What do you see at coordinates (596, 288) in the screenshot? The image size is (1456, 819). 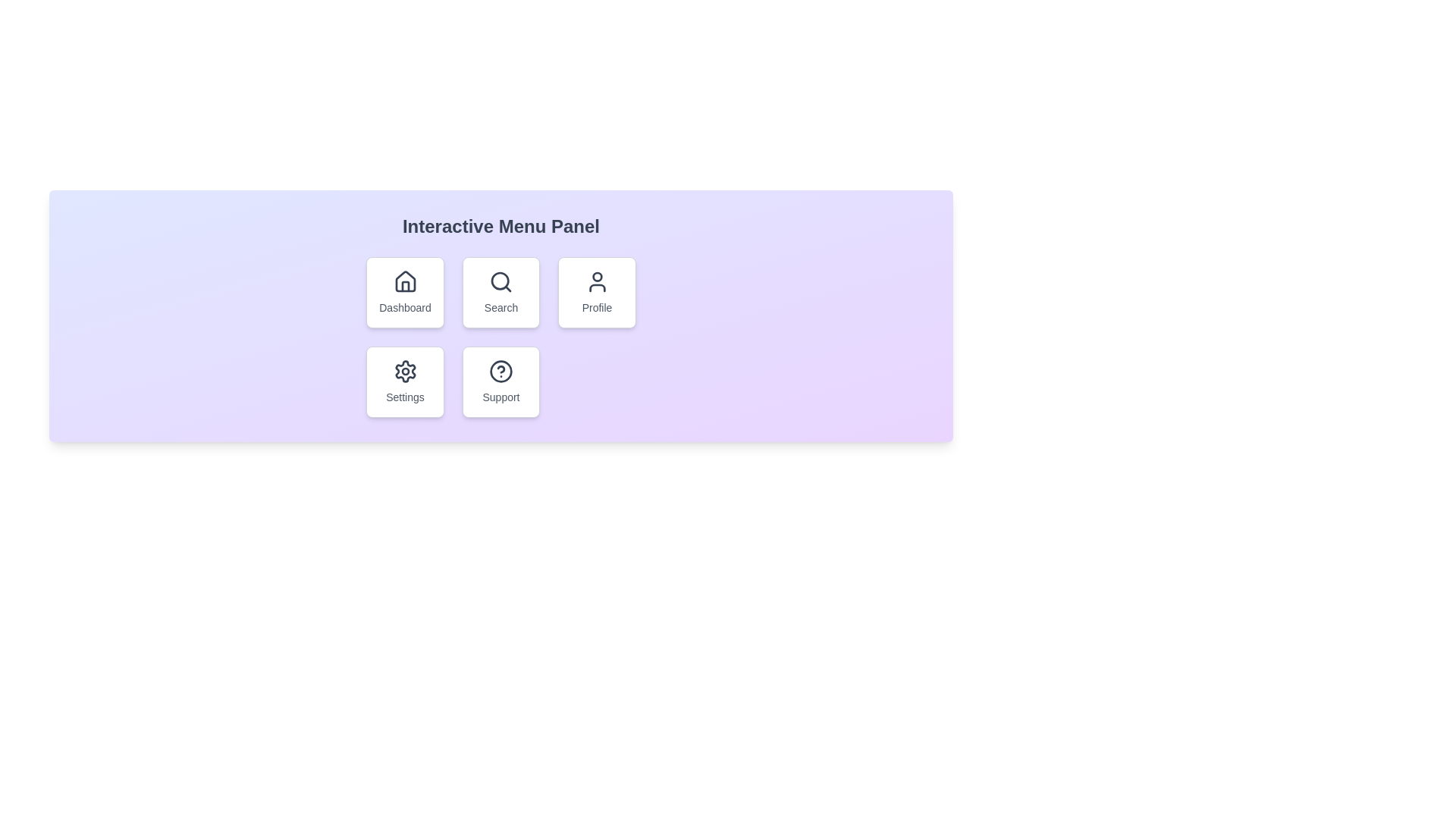 I see `the visual representation of the bottom stroke of the user profile icon, which is a curved line on a light purple background in the menu panel` at bounding box center [596, 288].